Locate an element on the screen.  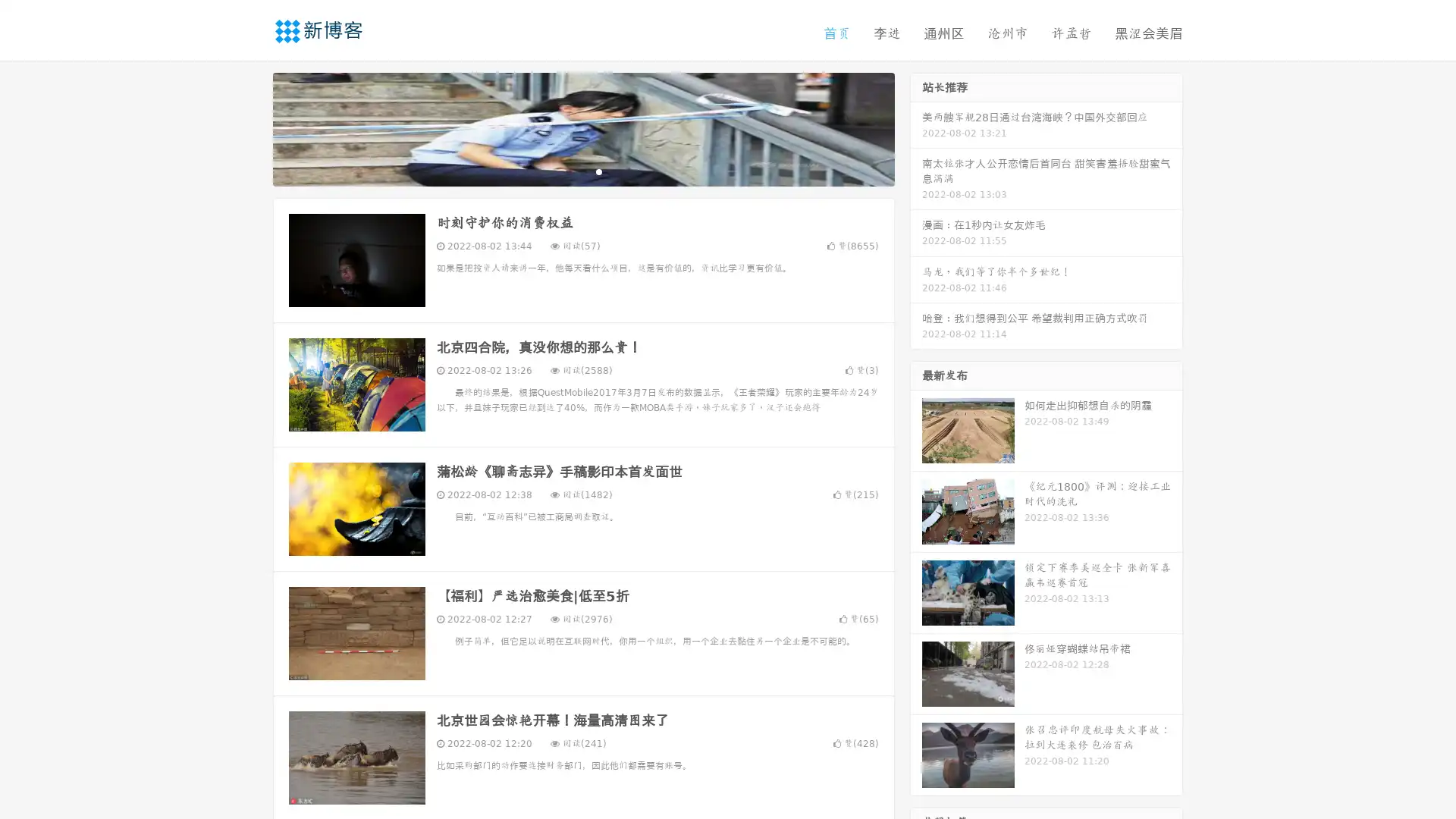
Next slide is located at coordinates (916, 127).